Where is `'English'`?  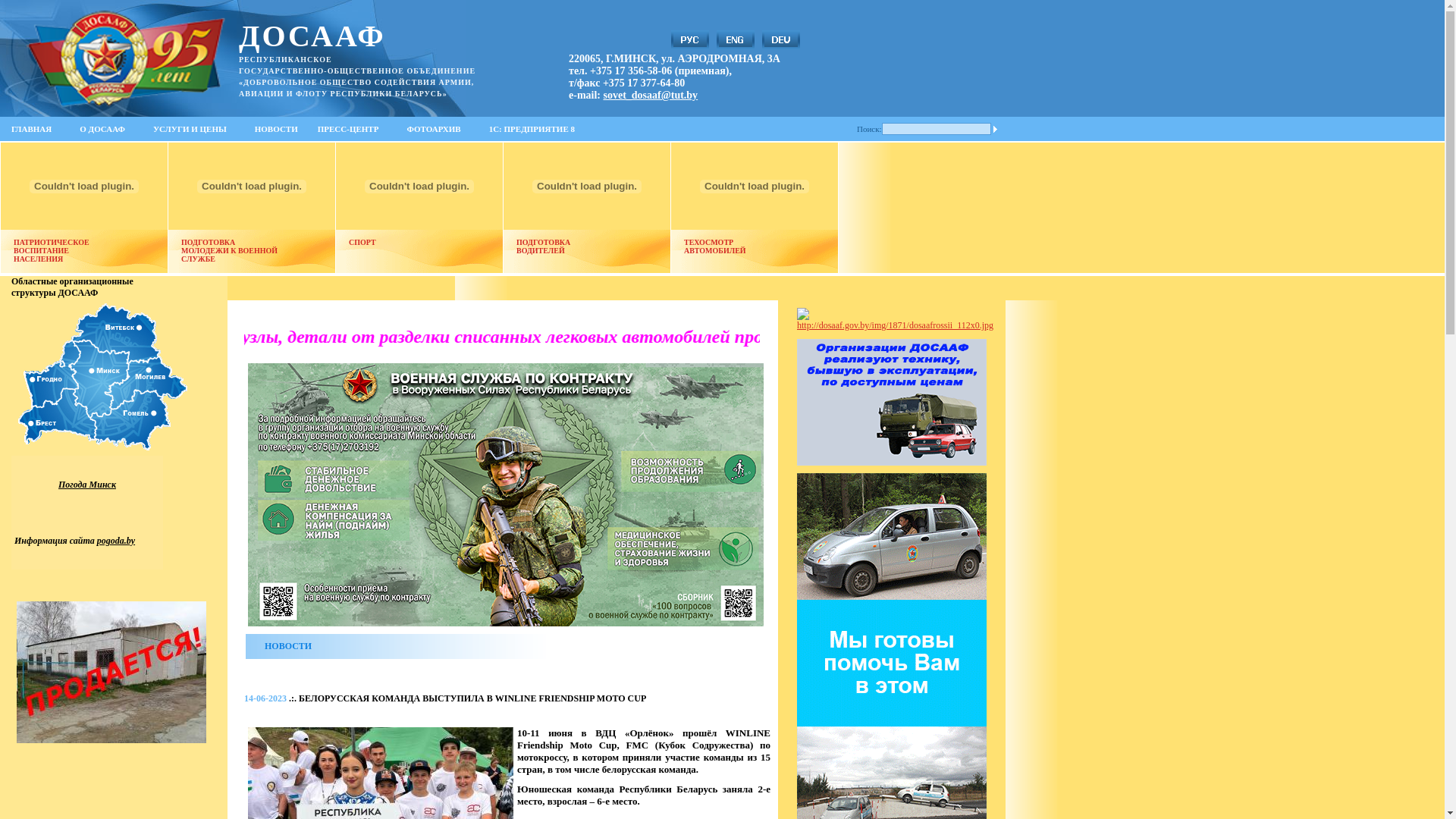 'English' is located at coordinates (735, 39).